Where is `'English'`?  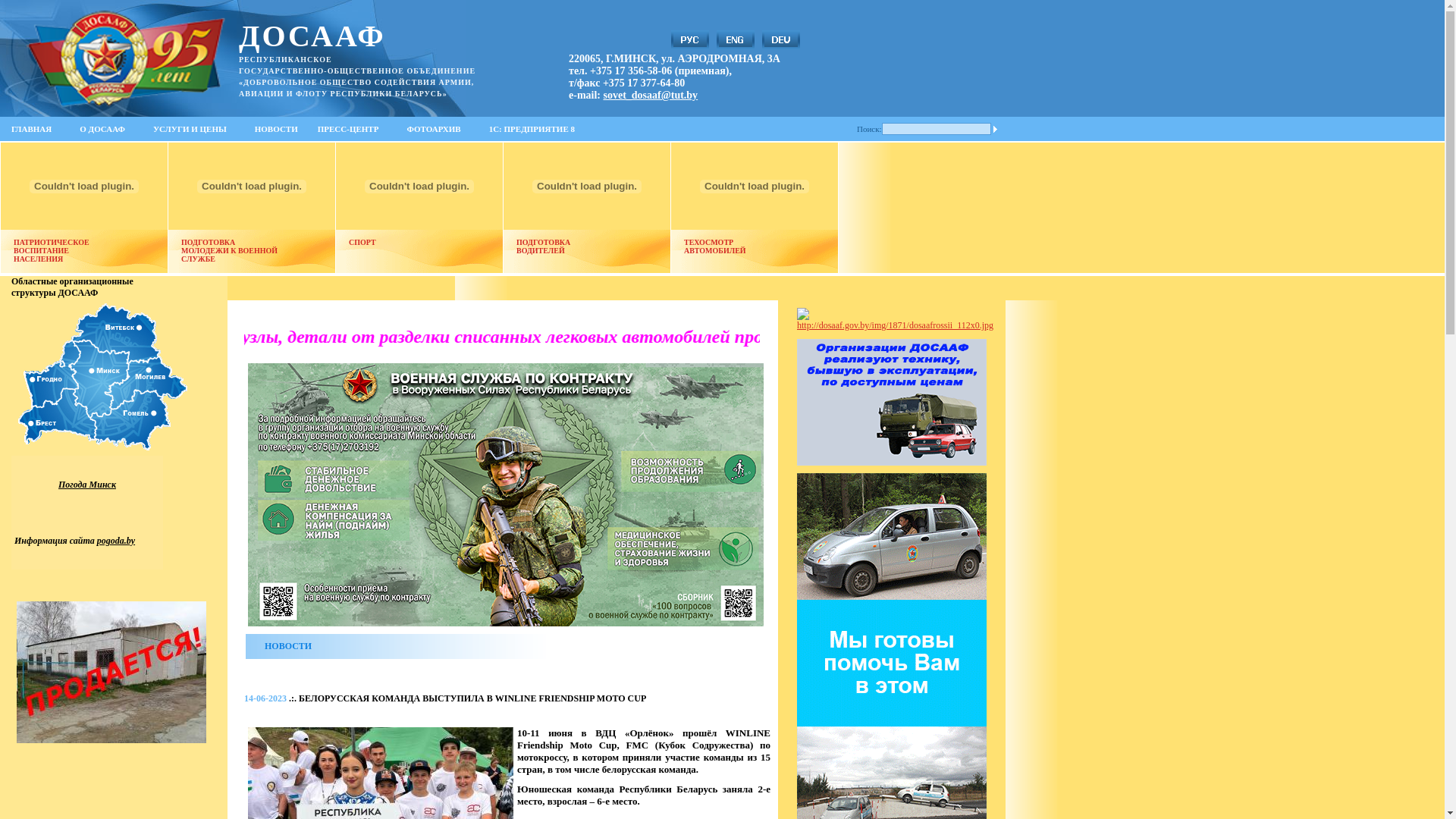 'English' is located at coordinates (735, 39).